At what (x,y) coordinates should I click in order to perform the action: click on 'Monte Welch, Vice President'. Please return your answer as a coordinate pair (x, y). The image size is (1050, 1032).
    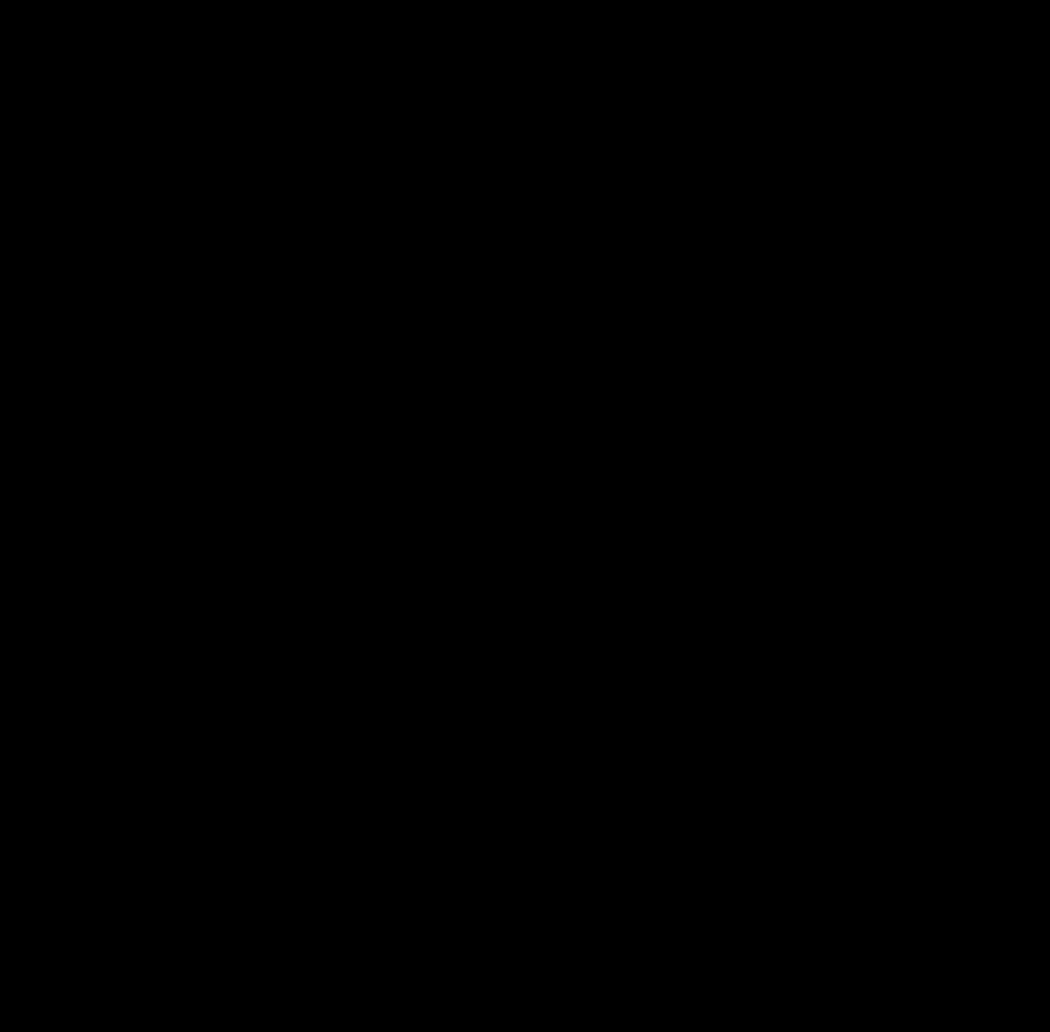
    Looking at the image, I should click on (332, 353).